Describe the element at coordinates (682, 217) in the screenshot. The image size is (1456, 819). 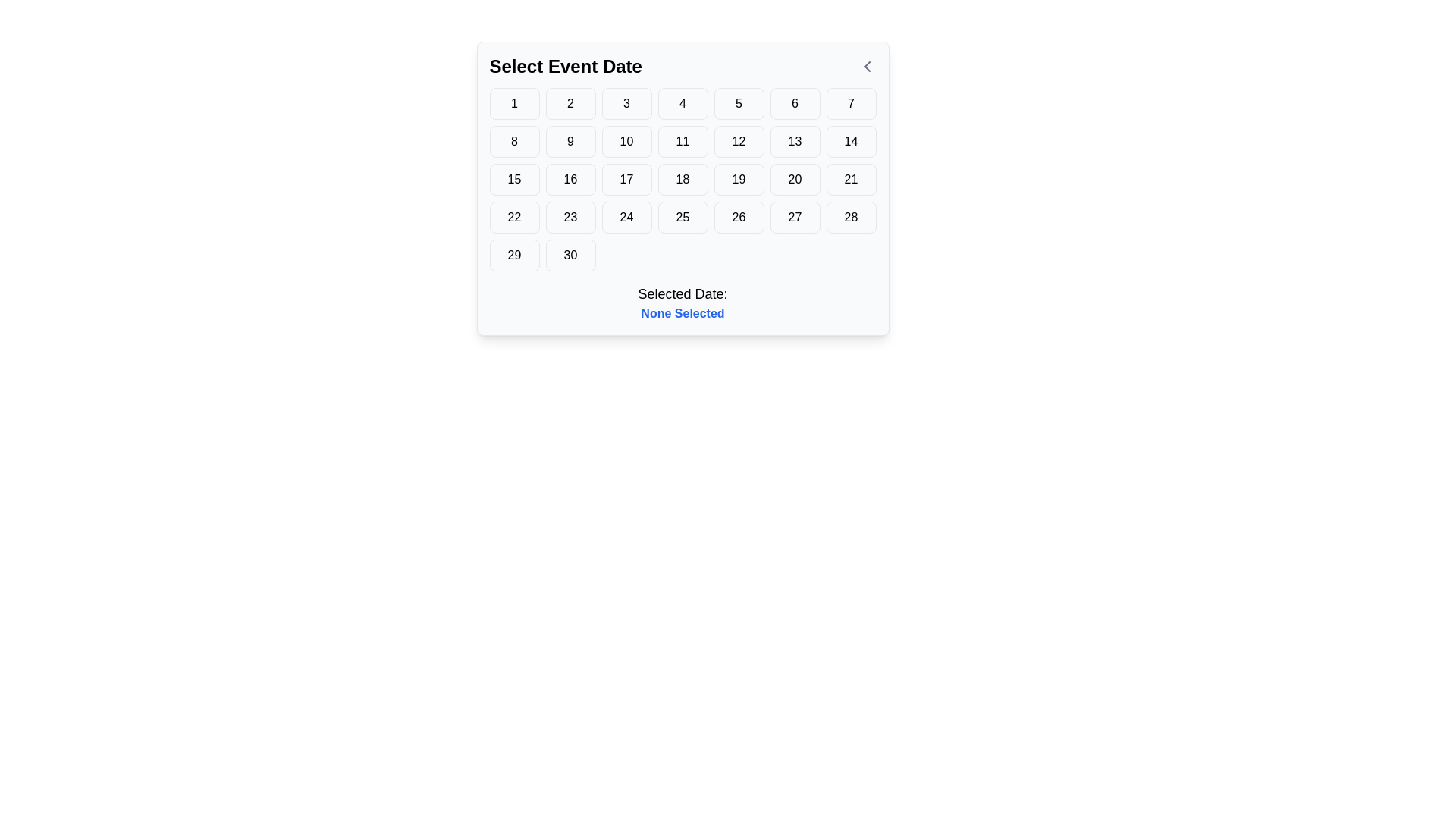
I see `the calendar date selection button for the date '25' located in the fourth row and fourth column of the grid layout` at that location.